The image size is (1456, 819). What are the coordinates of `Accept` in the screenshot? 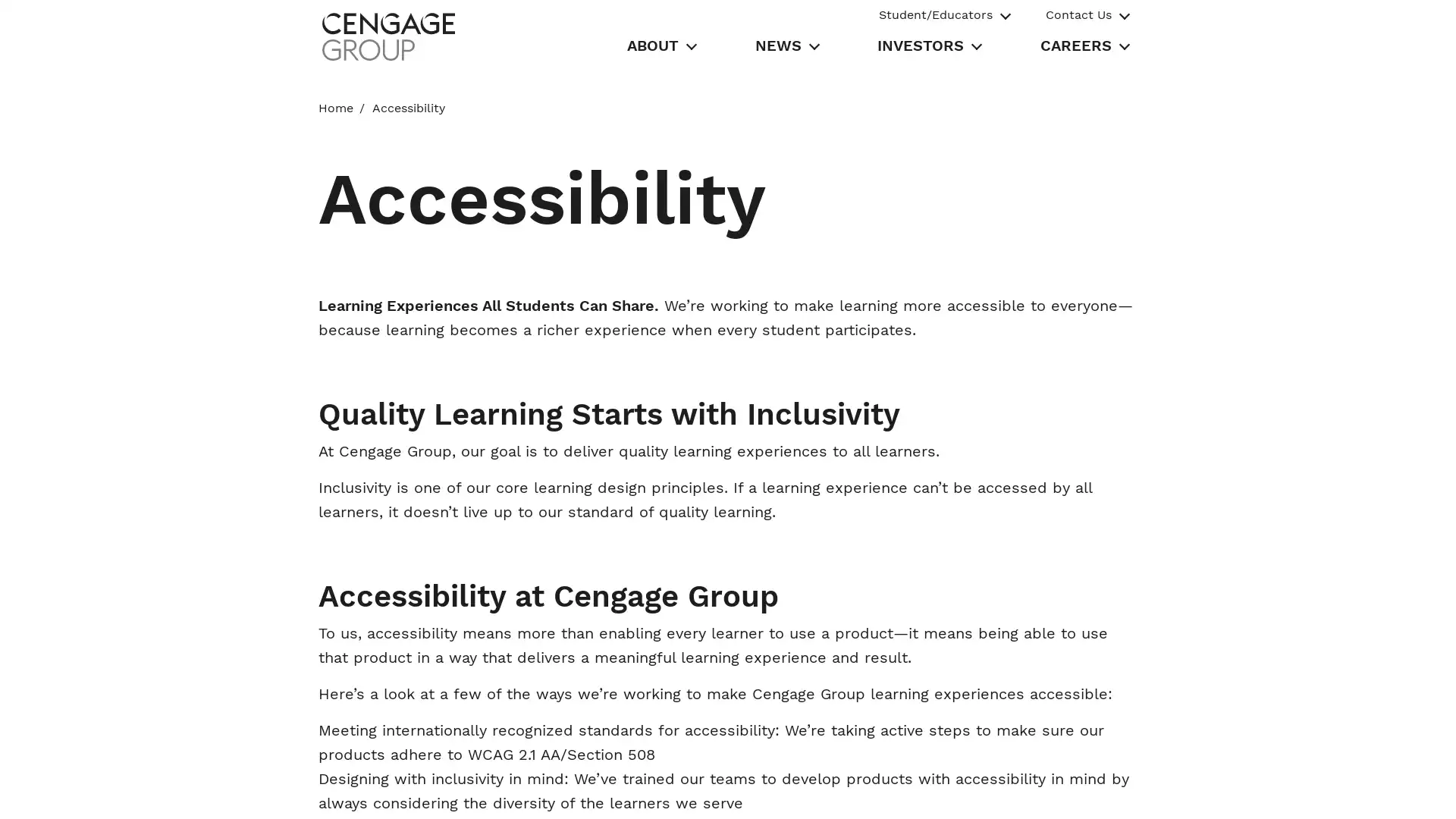 It's located at (1169, 789).